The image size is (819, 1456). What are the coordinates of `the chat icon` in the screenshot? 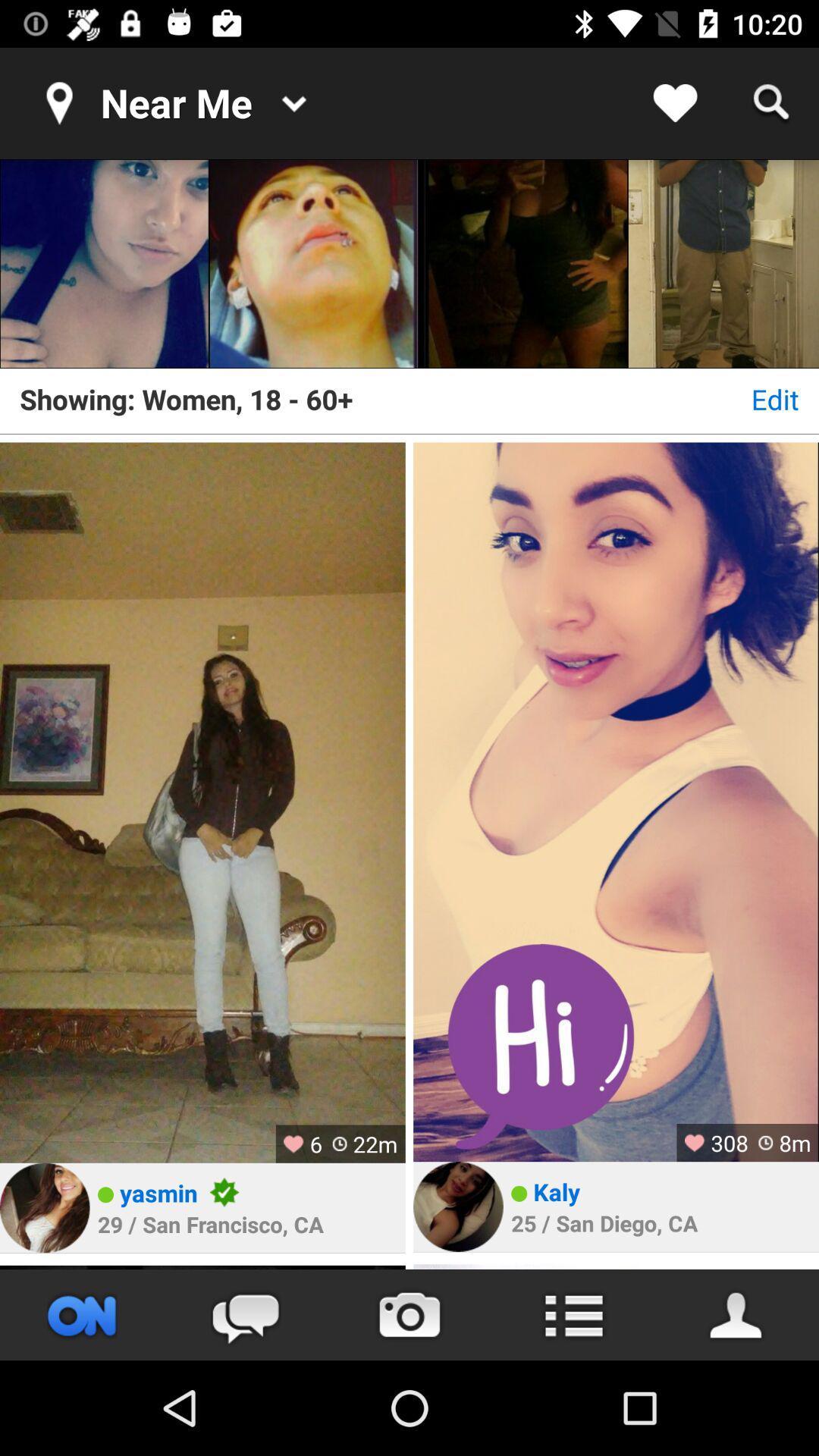 It's located at (245, 1314).